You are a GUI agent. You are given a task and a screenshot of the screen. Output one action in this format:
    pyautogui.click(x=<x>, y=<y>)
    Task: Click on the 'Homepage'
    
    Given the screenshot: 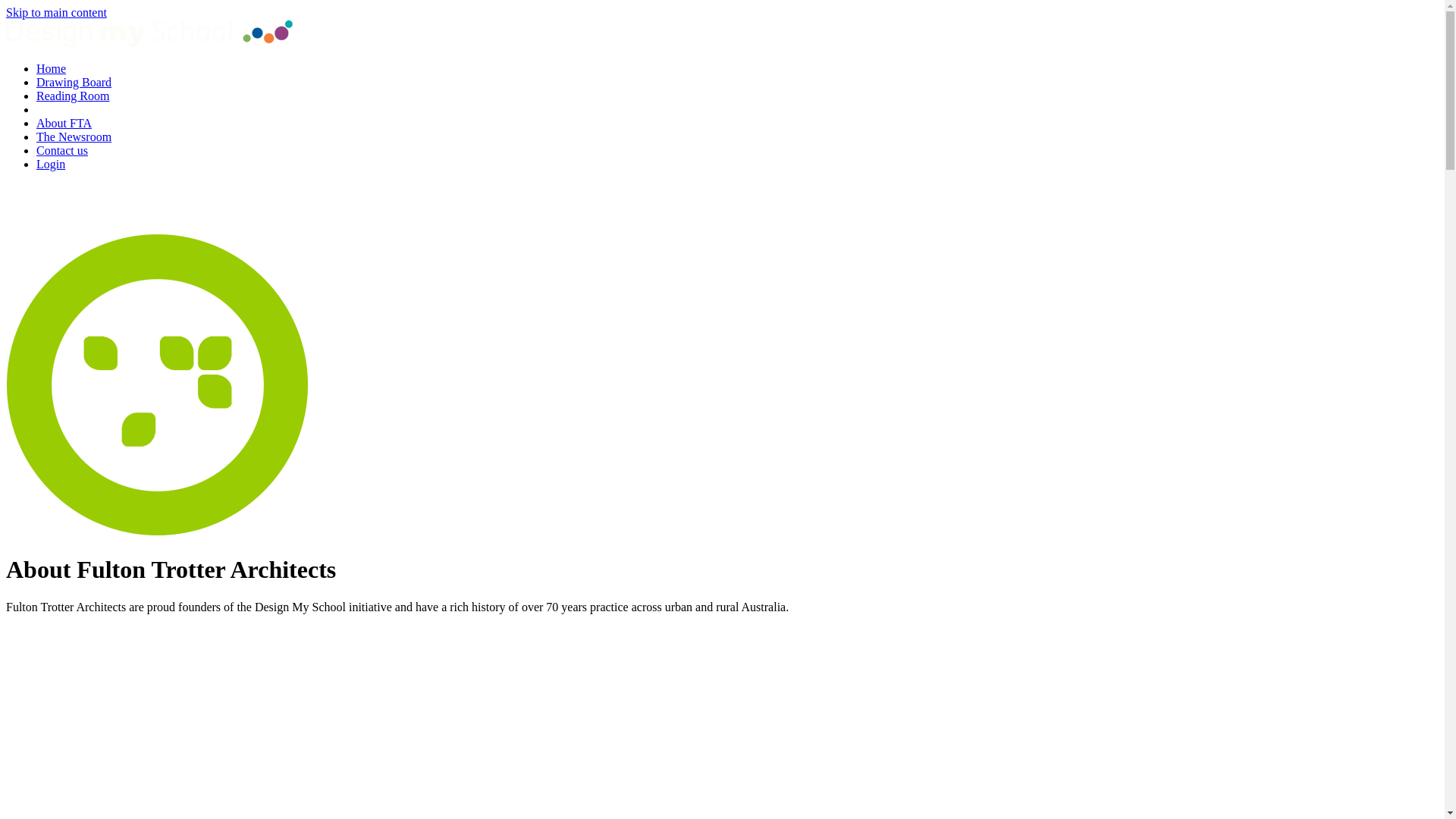 What is the action you would take?
    pyautogui.click(x=149, y=42)
    